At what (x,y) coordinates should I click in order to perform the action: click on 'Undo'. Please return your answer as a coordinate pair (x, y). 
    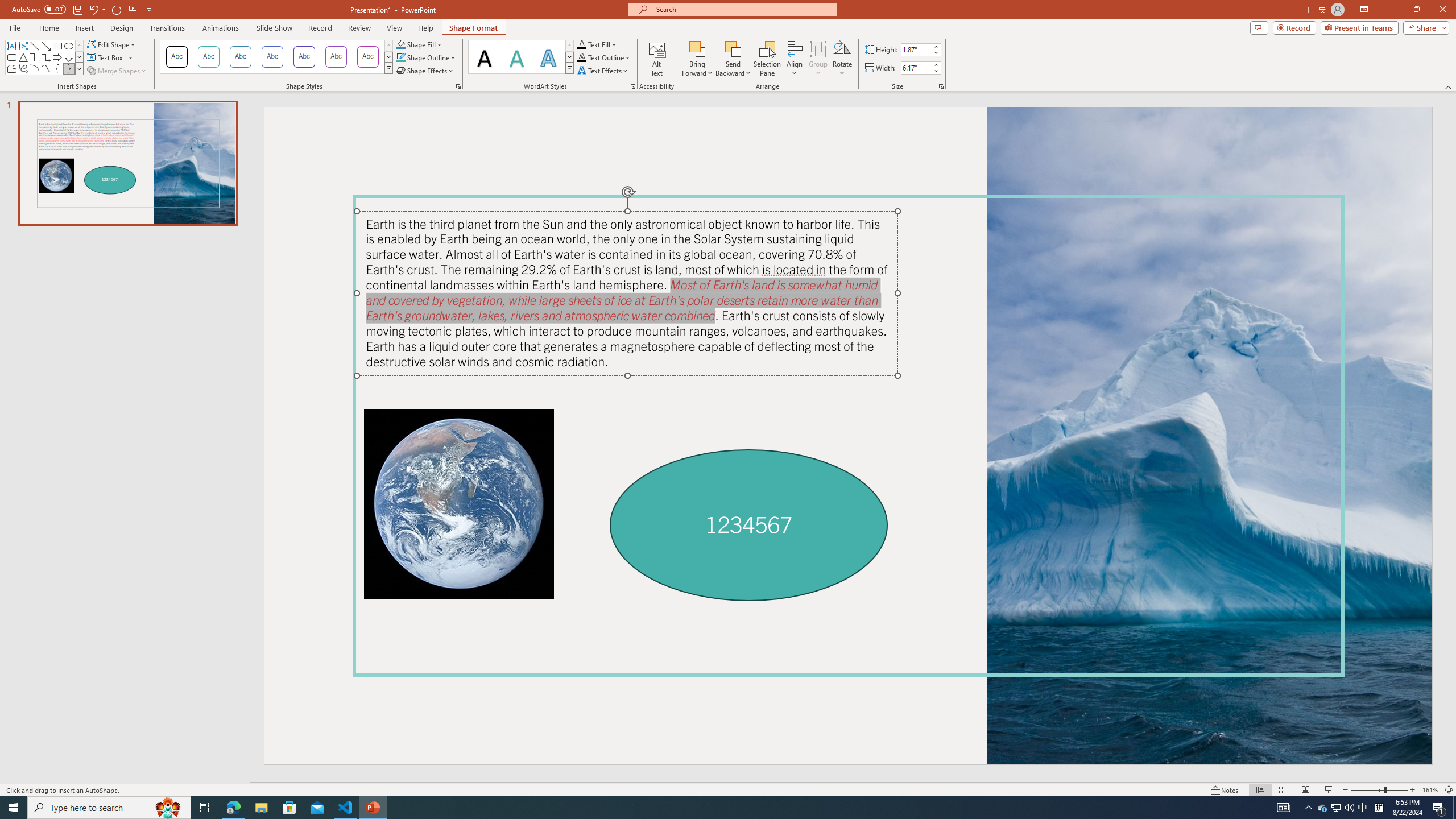
    Looking at the image, I should click on (97, 9).